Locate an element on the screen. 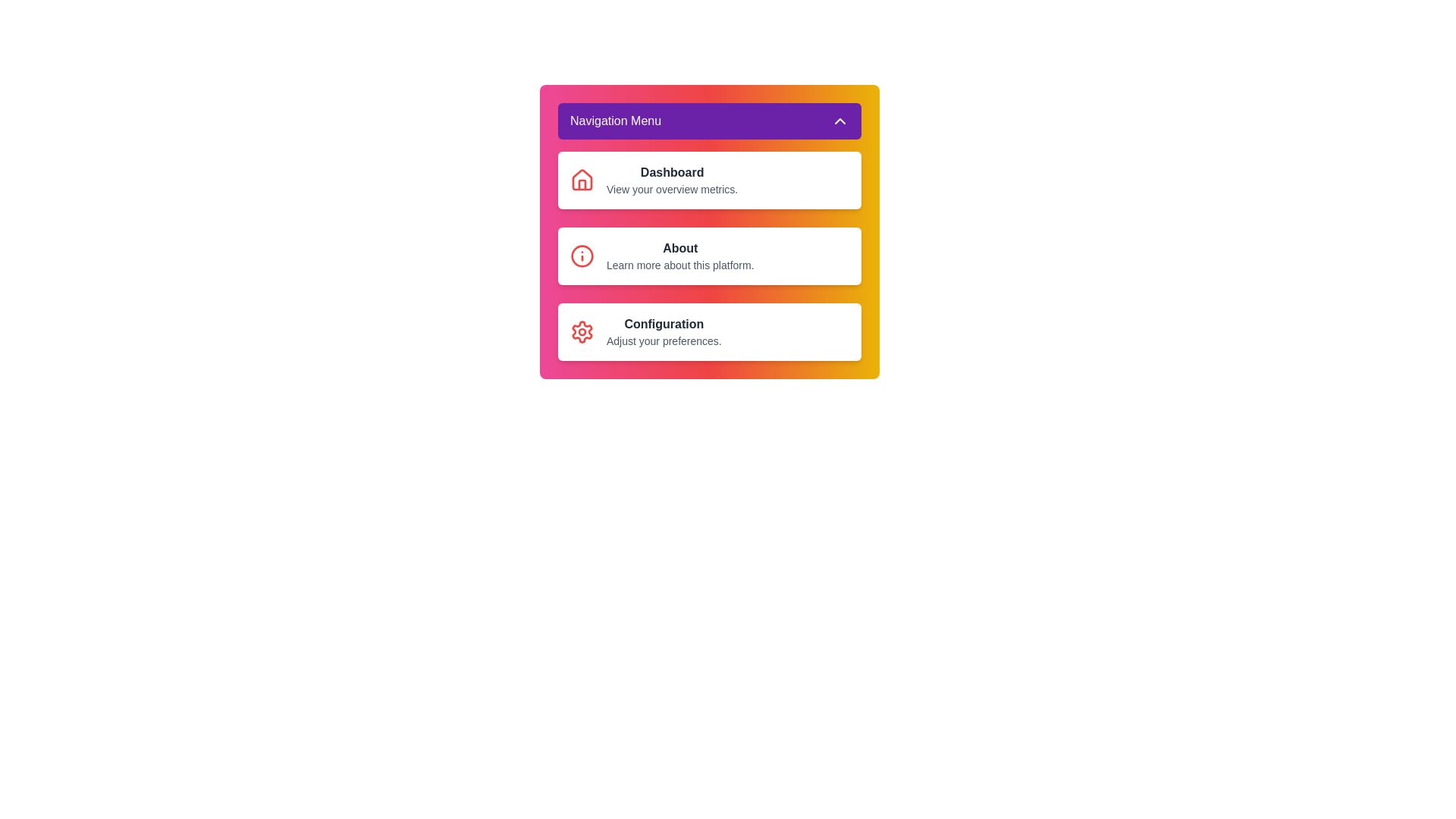 Image resolution: width=1456 pixels, height=819 pixels. 'Navigation Menu' button to toggle the menu open or closed is located at coordinates (709, 120).